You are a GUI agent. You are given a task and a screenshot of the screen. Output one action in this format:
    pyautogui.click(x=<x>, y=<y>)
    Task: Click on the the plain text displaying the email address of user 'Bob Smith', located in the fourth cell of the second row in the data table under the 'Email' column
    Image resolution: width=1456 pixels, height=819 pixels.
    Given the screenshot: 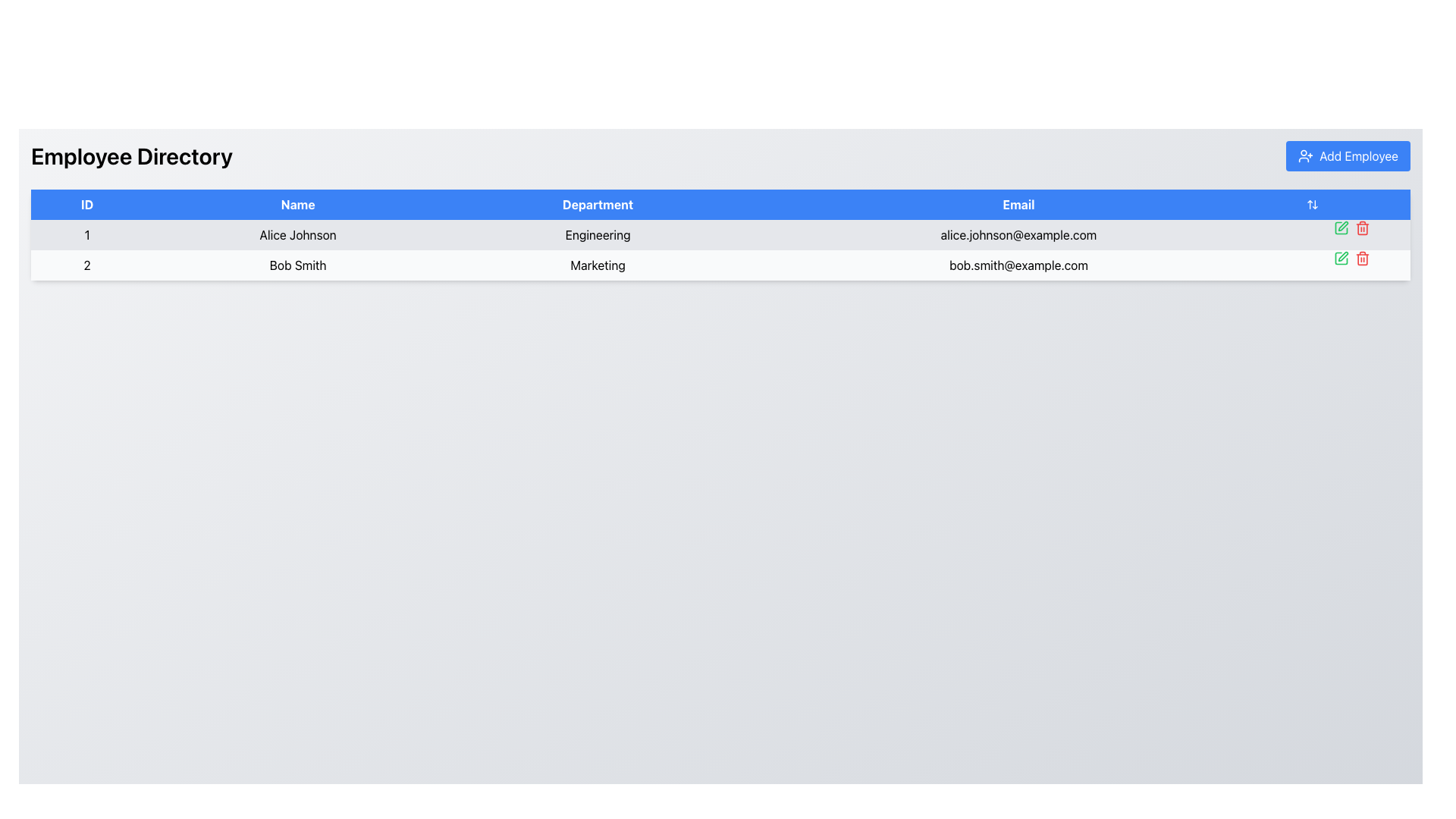 What is the action you would take?
    pyautogui.click(x=1018, y=265)
    